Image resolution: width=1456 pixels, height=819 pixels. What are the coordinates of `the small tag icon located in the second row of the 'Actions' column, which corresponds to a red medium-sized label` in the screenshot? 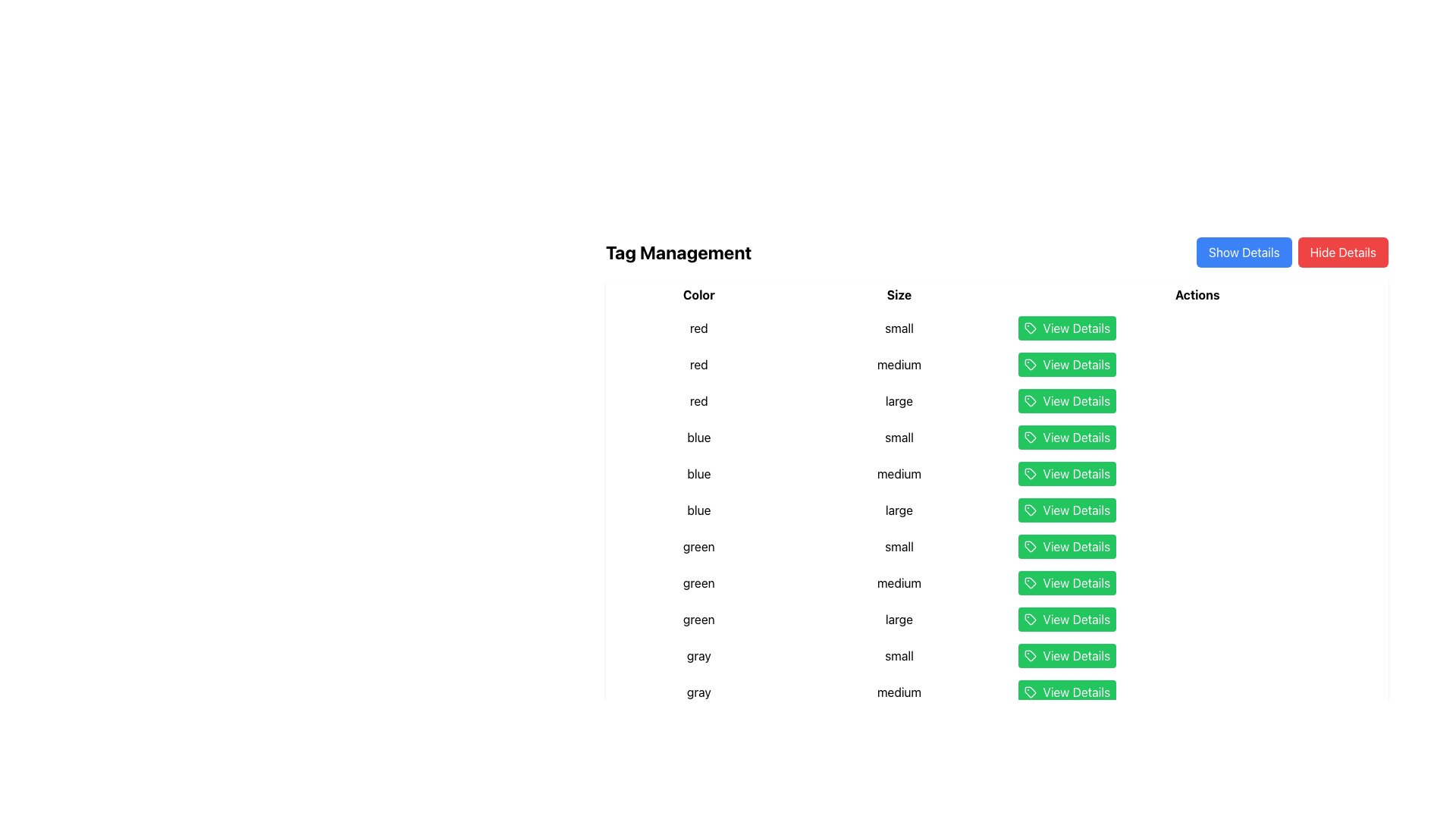 It's located at (1031, 365).